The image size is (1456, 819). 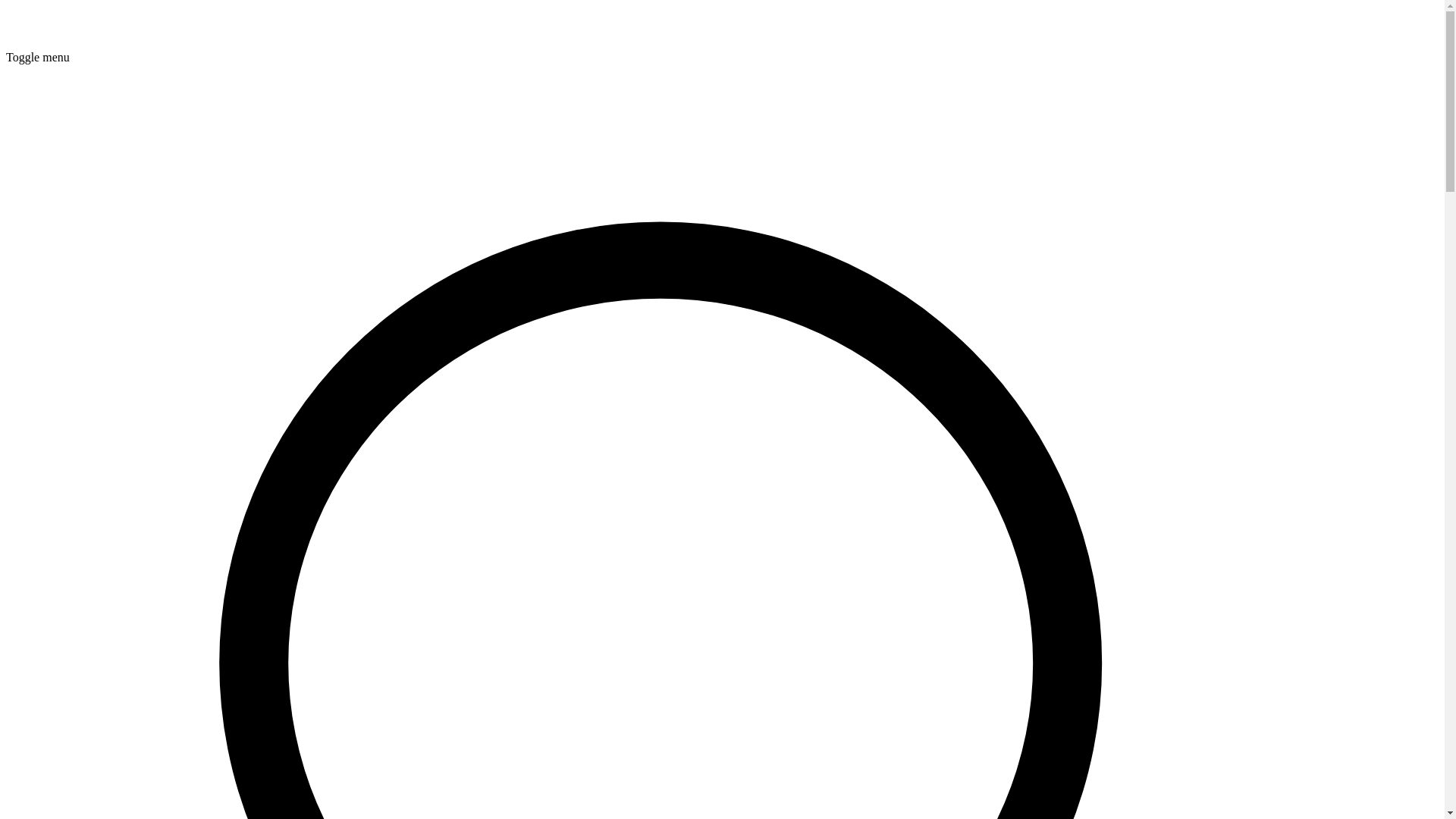 I want to click on 'Back to home', so click(x=39, y=42).